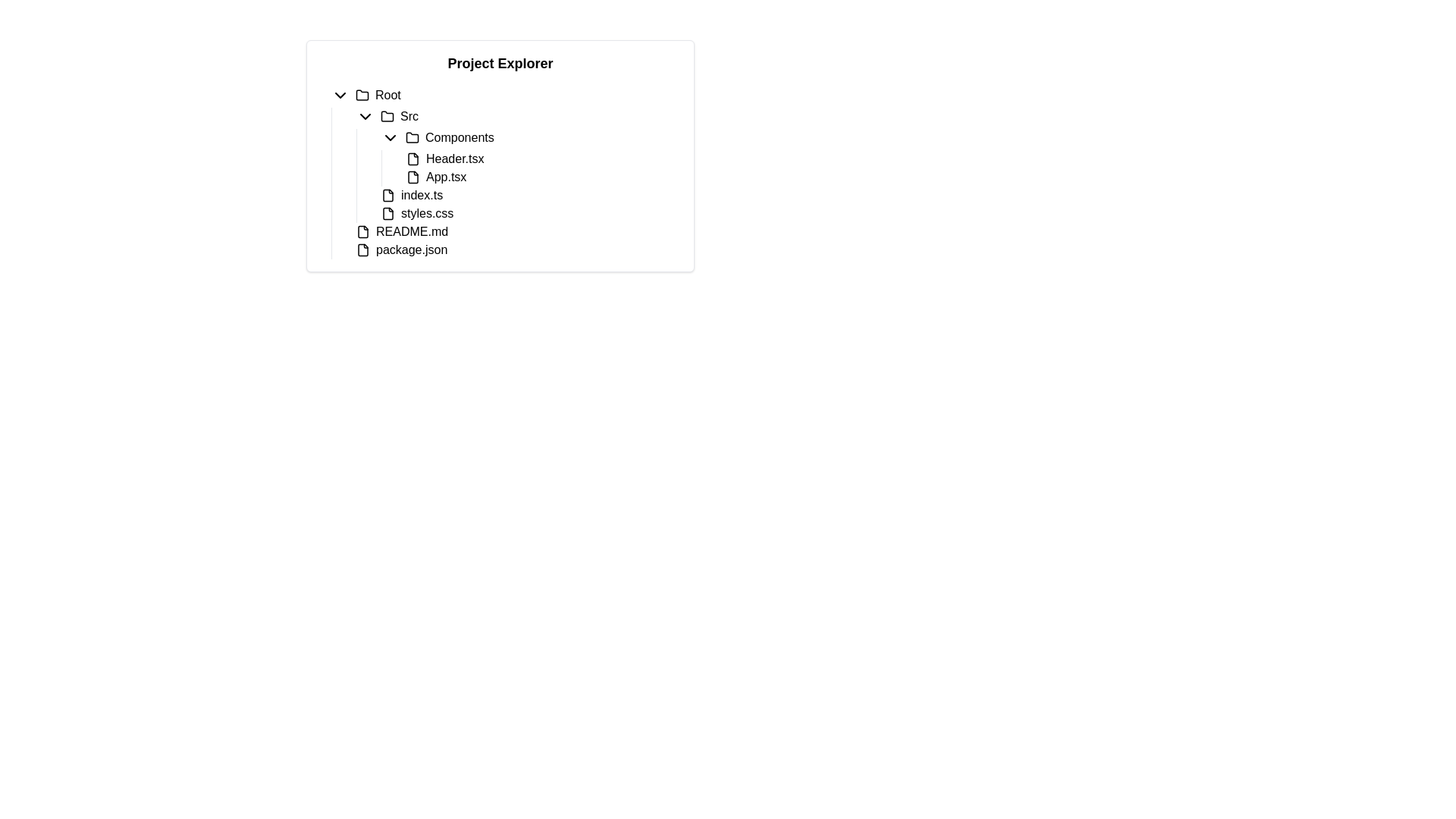 This screenshot has height=819, width=1456. What do you see at coordinates (506, 96) in the screenshot?
I see `the 'Root' folder row in the project explorer tree view` at bounding box center [506, 96].